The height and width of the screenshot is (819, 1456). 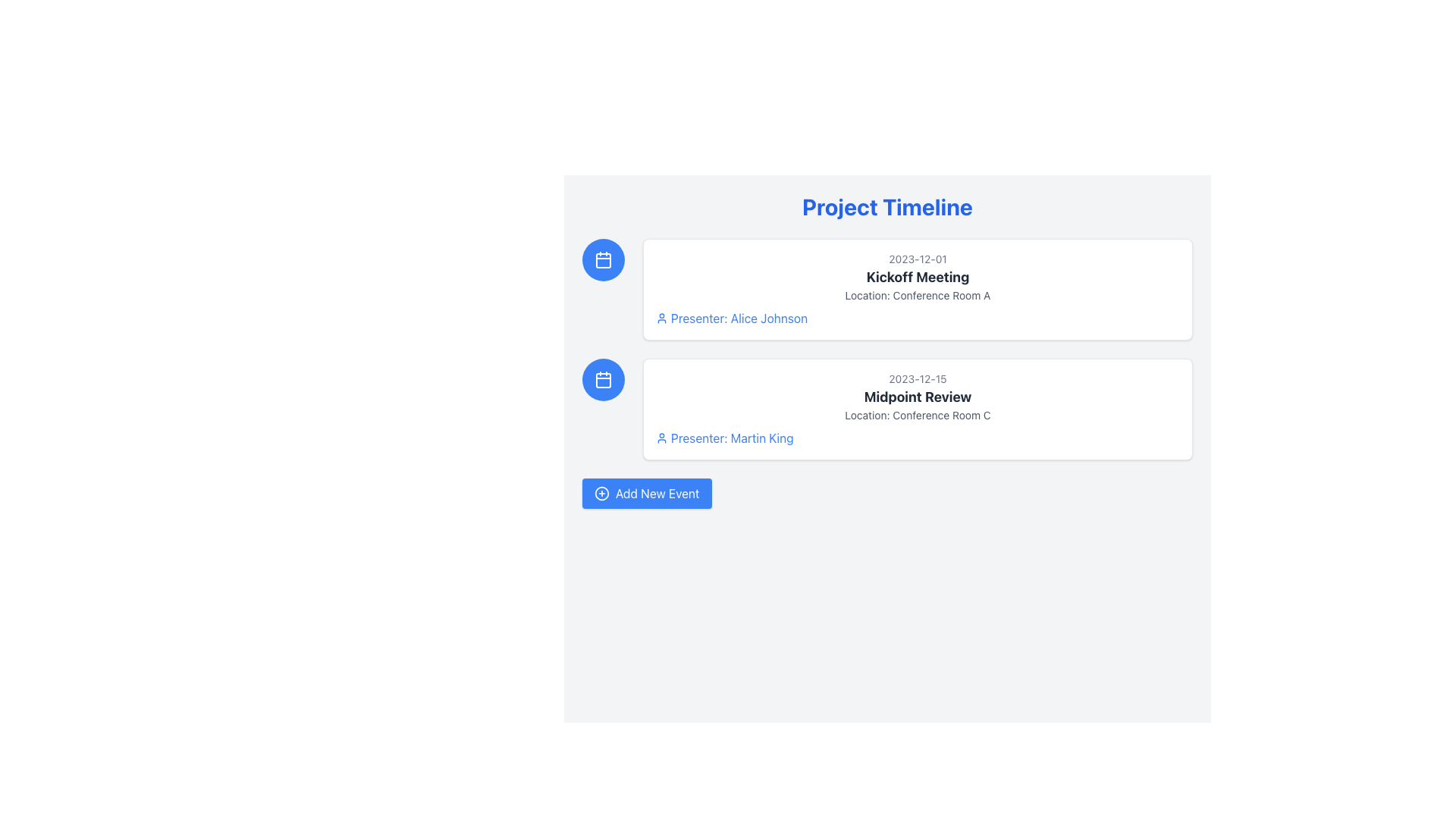 I want to click on the graphic element that represents the main display area of the calendar icon, located adjacent to the text '2023-12-01 Kickoff Meeting' and above the 'Add New Event' button, so click(x=603, y=259).